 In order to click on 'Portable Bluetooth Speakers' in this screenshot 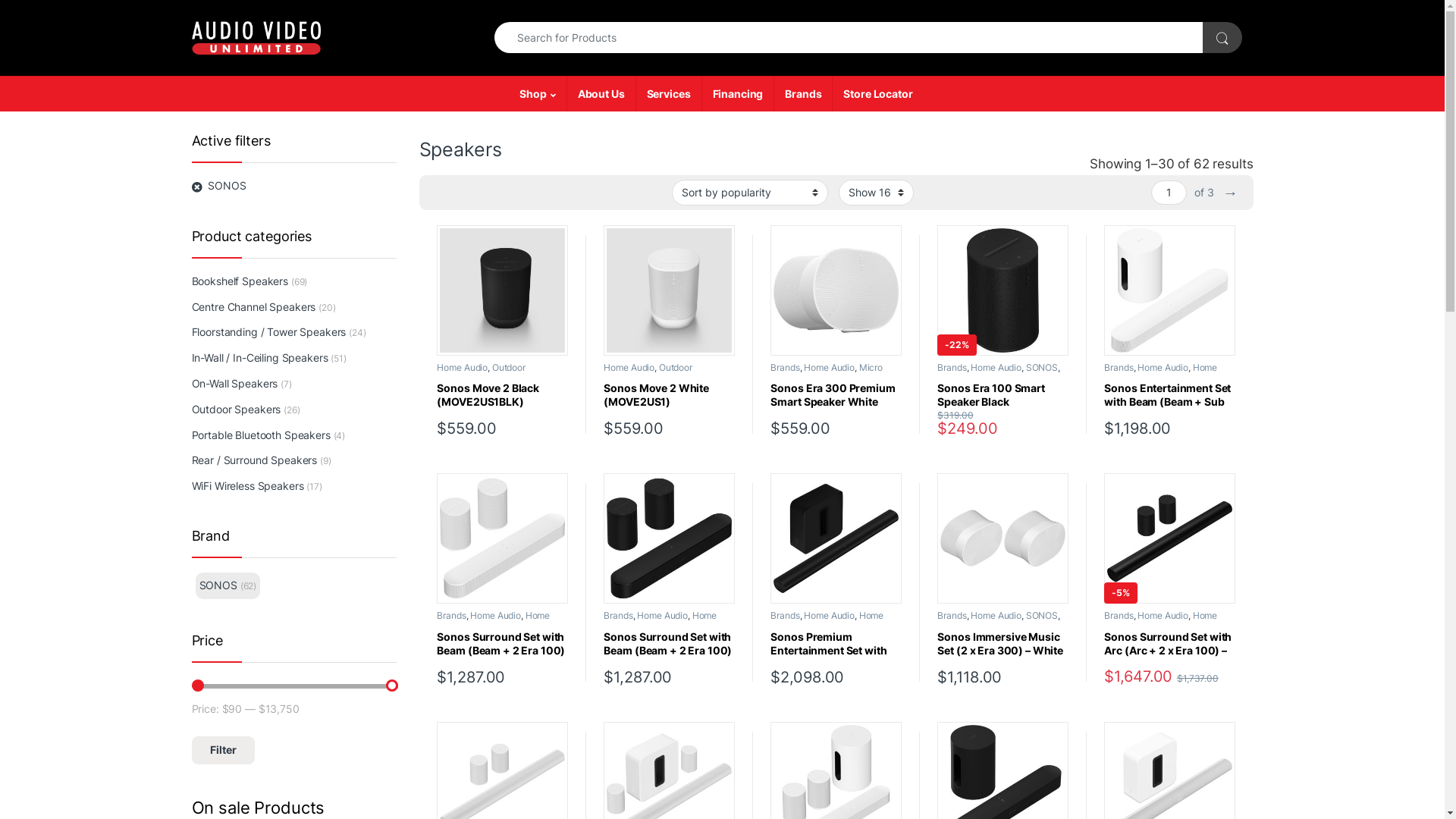, I will do `click(260, 435)`.